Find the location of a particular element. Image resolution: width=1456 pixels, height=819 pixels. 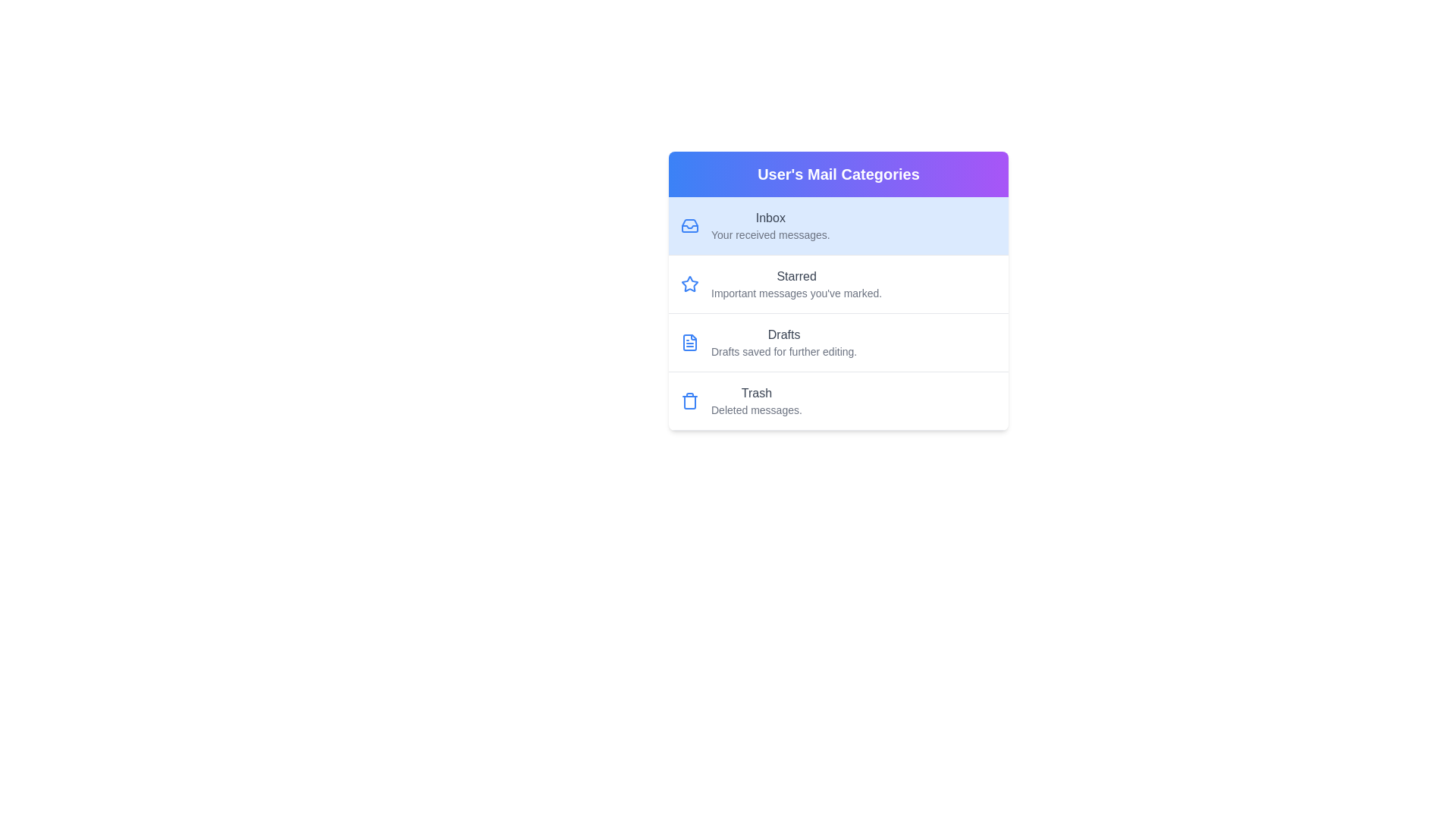

the mail category item Trash is located at coordinates (837, 400).